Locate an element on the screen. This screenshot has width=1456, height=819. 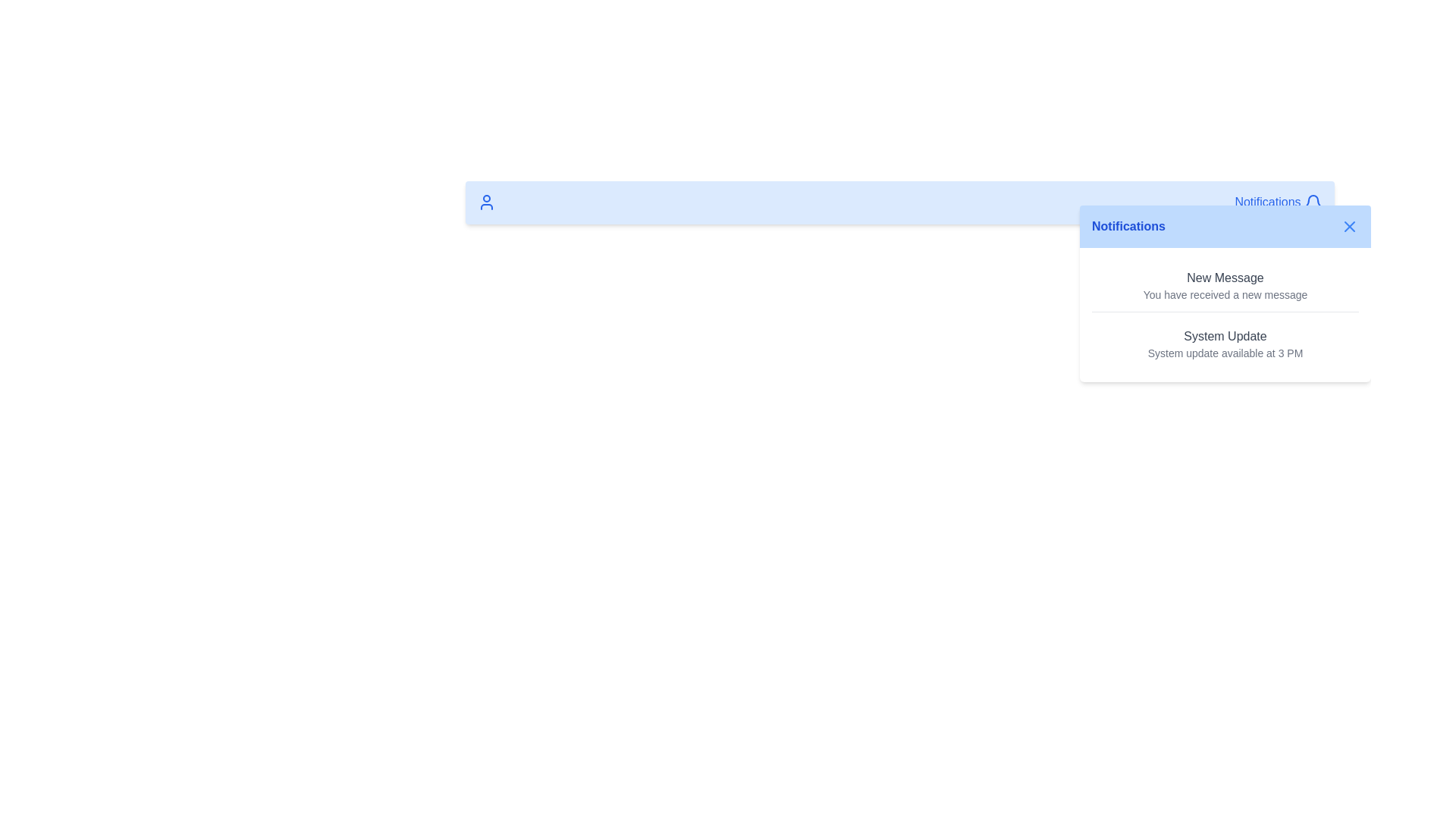
title text of the notification located at the top section of the notification card, which indicates the main subject of the notification is located at coordinates (1225, 278).